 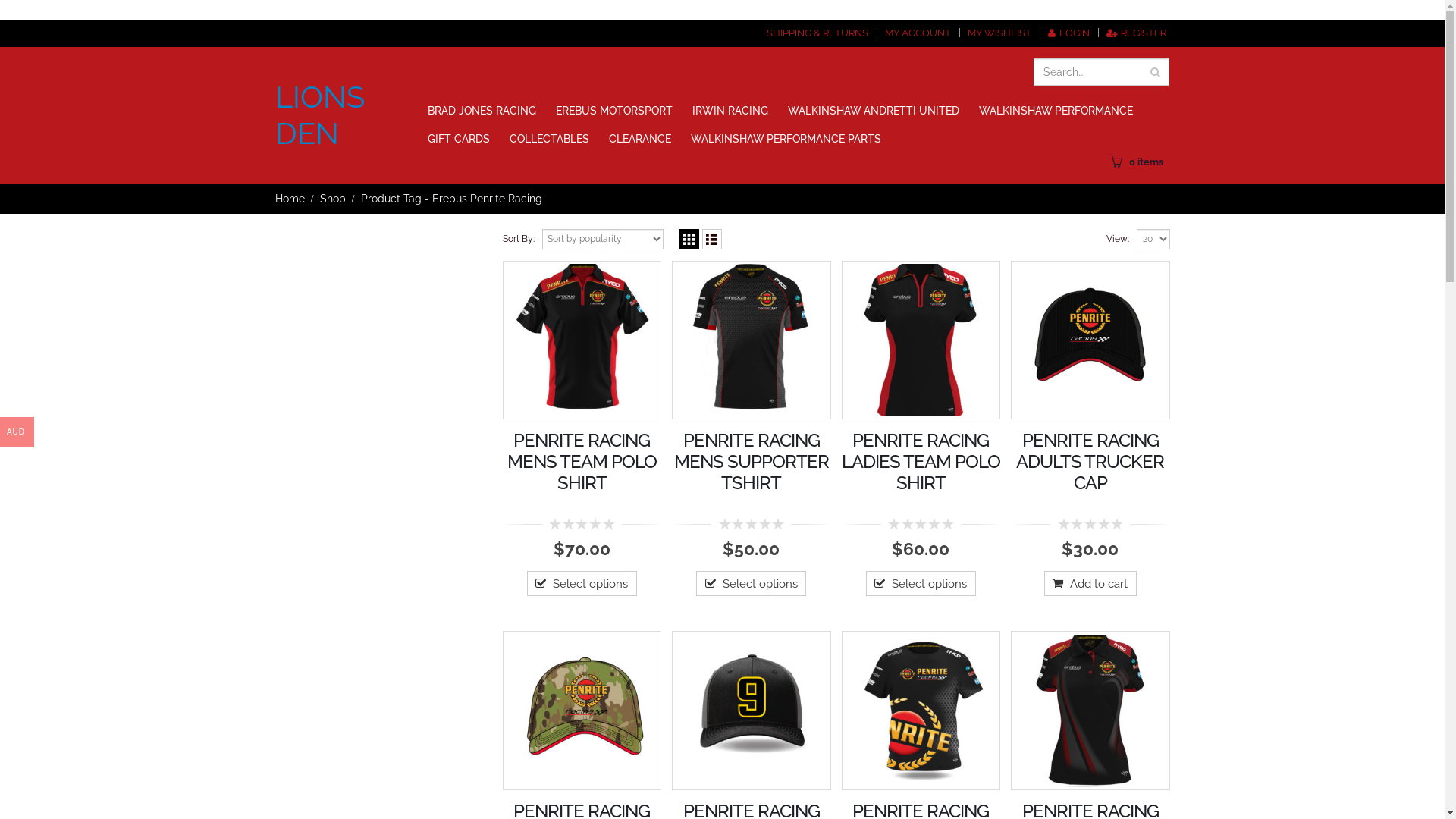 I want to click on 'List View', so click(x=711, y=239).